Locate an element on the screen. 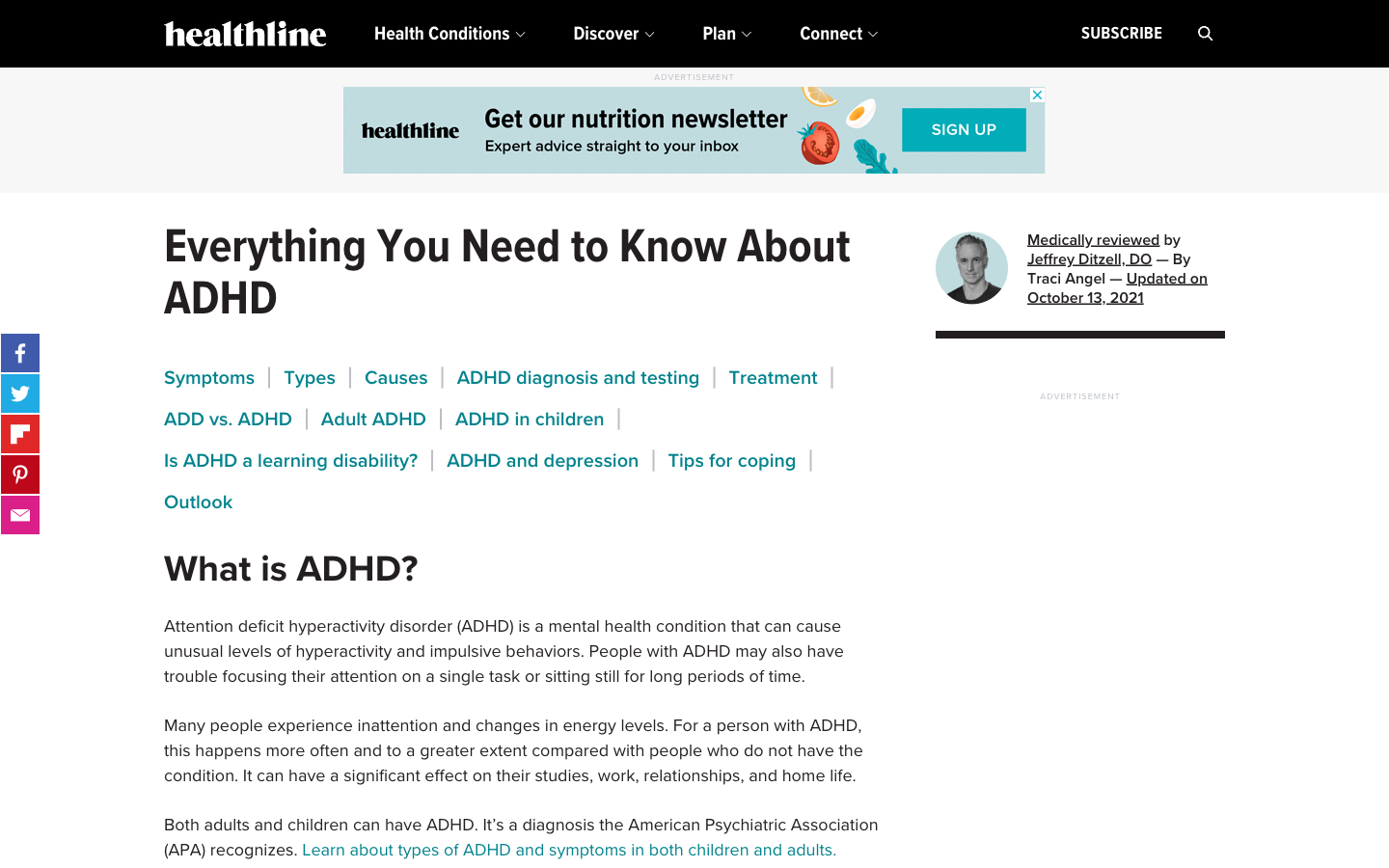 This screenshot has width=1389, height=868. suggestions for managing ADHD is located at coordinates (730, 459).